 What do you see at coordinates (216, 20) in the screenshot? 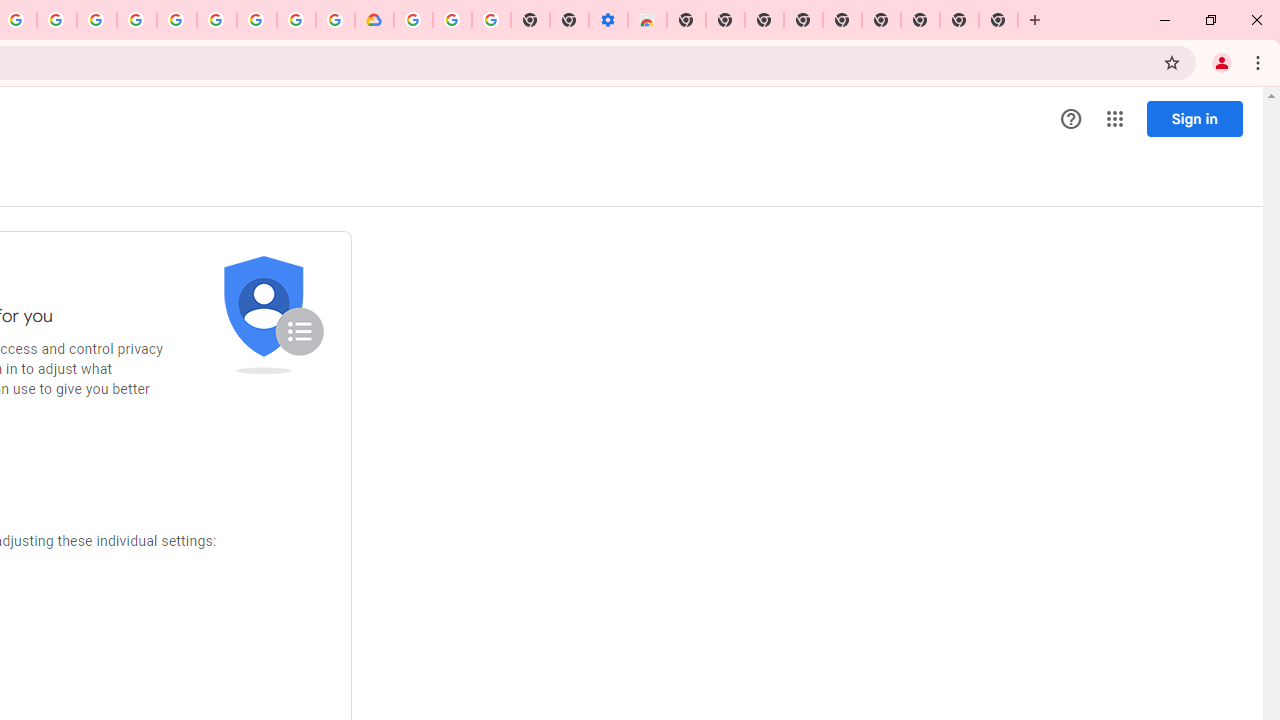
I see `'Google Account Help'` at bounding box center [216, 20].